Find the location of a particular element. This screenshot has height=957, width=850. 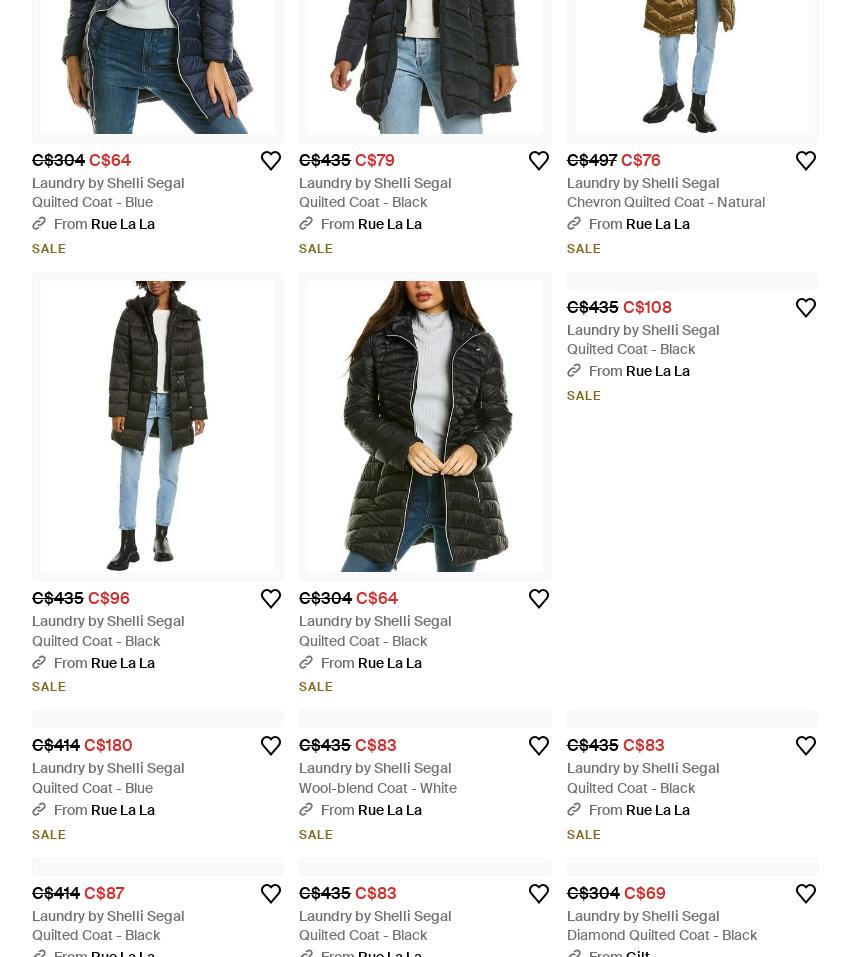

'C$76' is located at coordinates (639, 159).